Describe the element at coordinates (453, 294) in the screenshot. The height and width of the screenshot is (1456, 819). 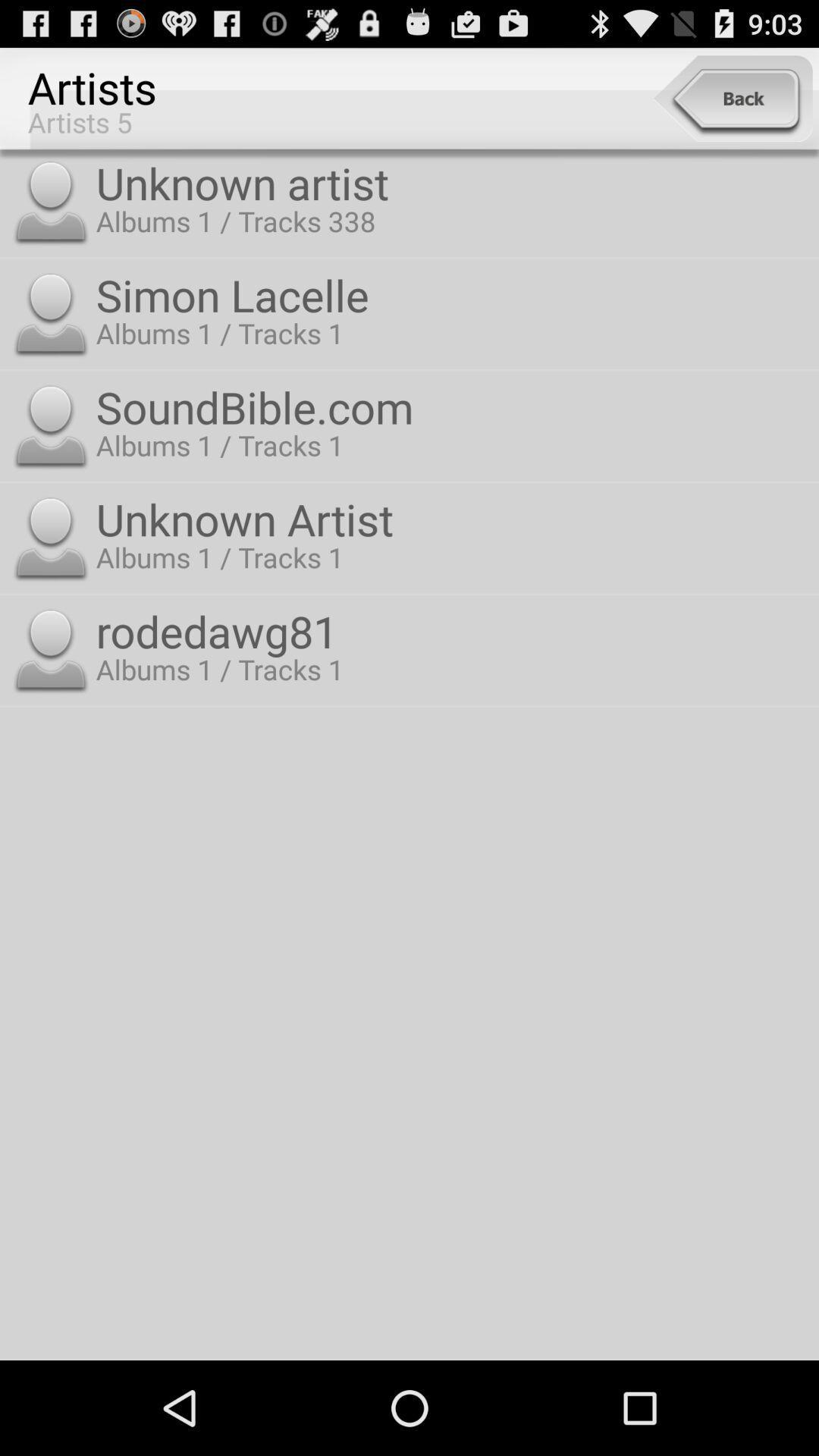
I see `the simon lacelle item` at that location.